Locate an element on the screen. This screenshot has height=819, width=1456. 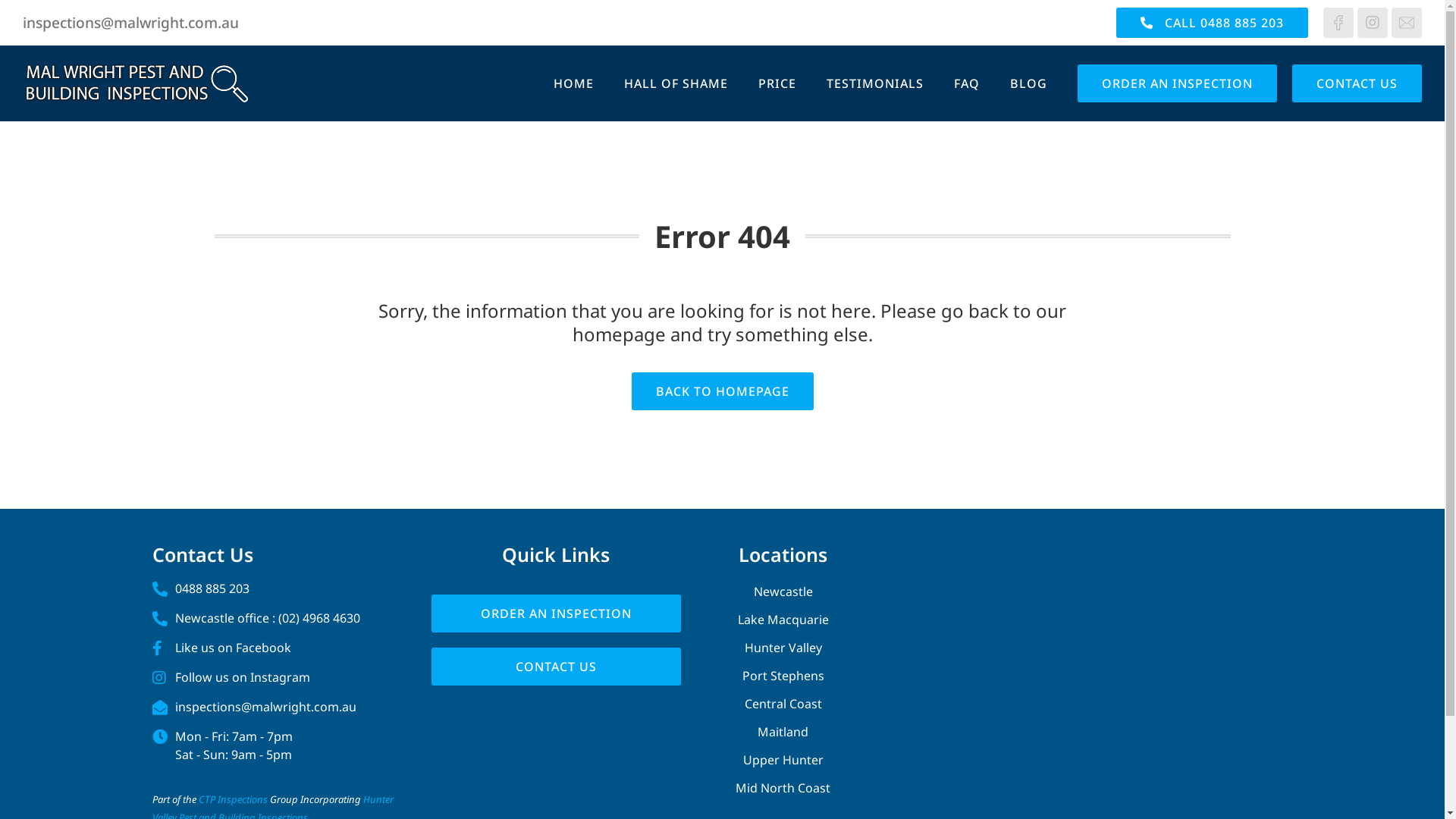
'Lake Macquarie' is located at coordinates (783, 620).